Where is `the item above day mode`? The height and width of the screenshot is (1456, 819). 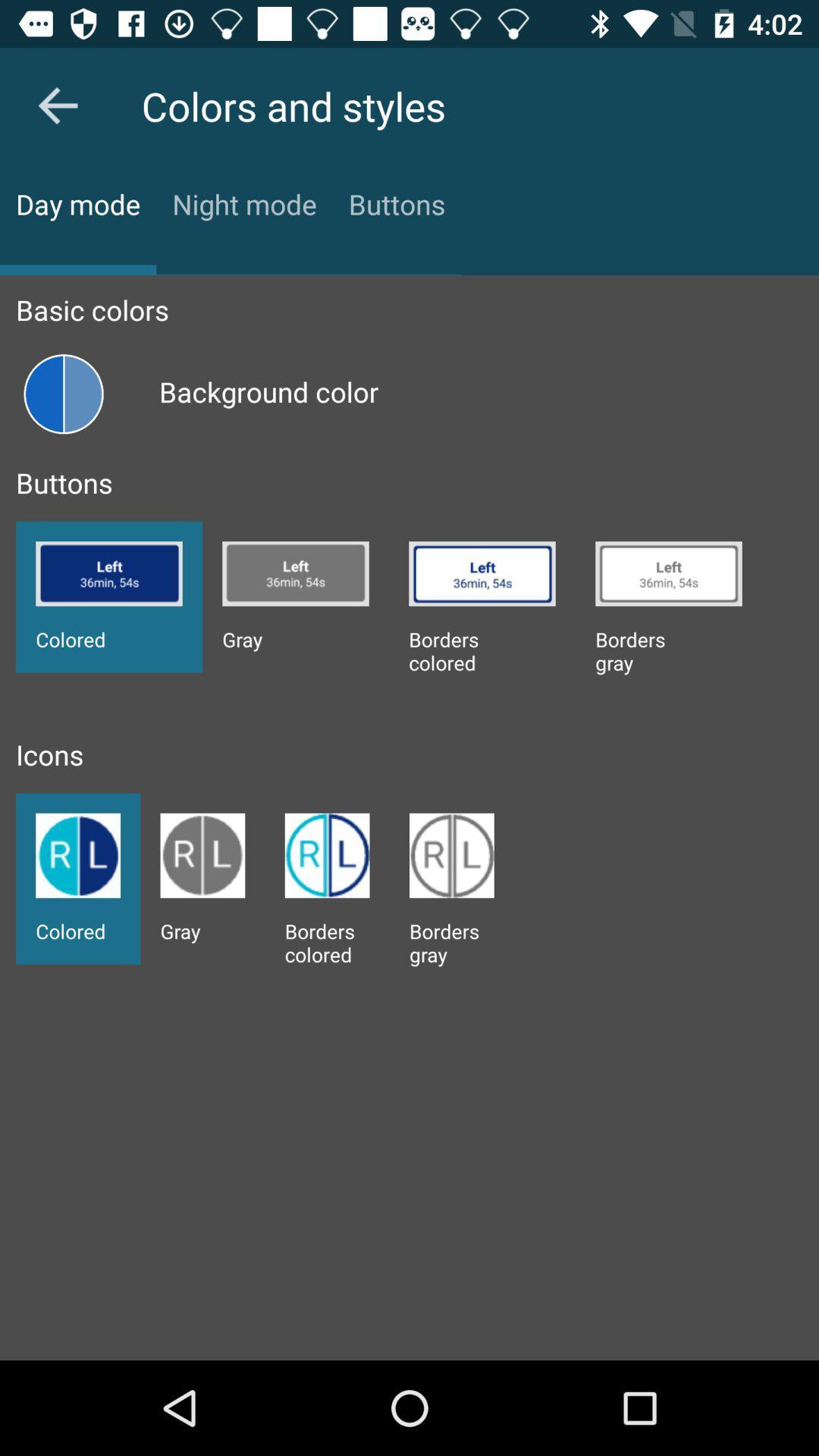 the item above day mode is located at coordinates (57, 105).